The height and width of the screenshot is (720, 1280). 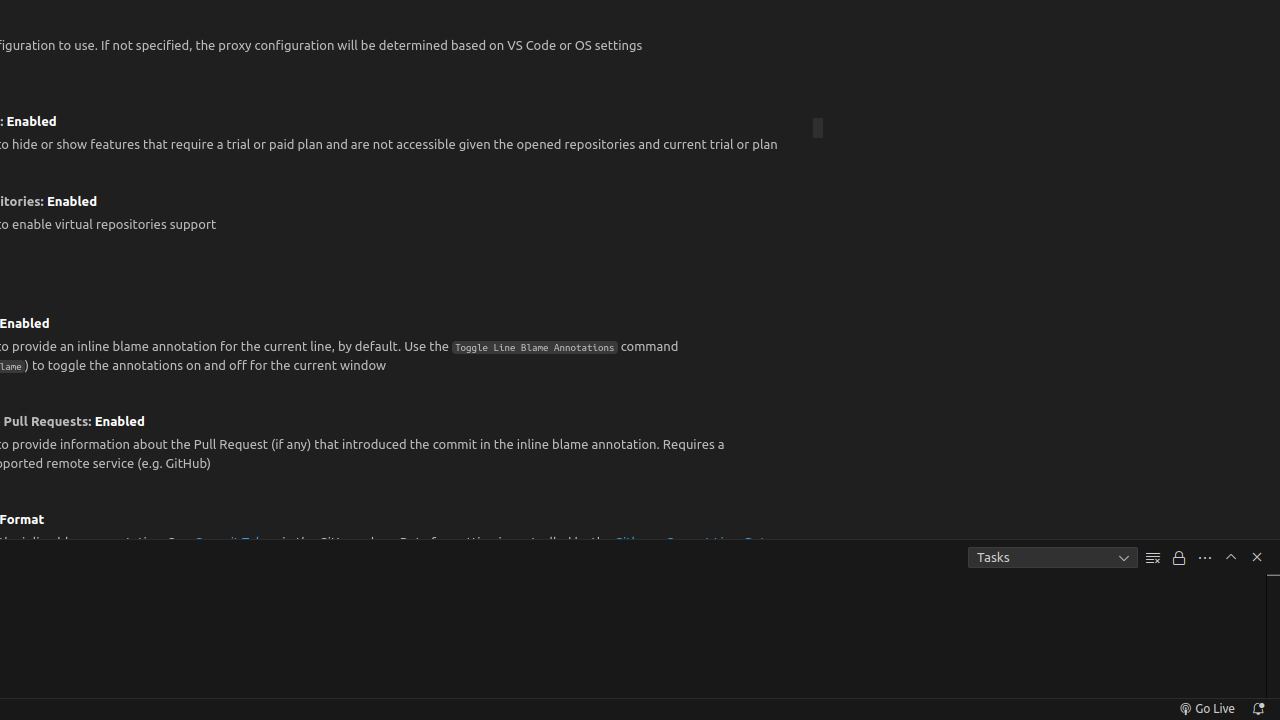 I want to click on 'Tasks', so click(x=1052, y=557).